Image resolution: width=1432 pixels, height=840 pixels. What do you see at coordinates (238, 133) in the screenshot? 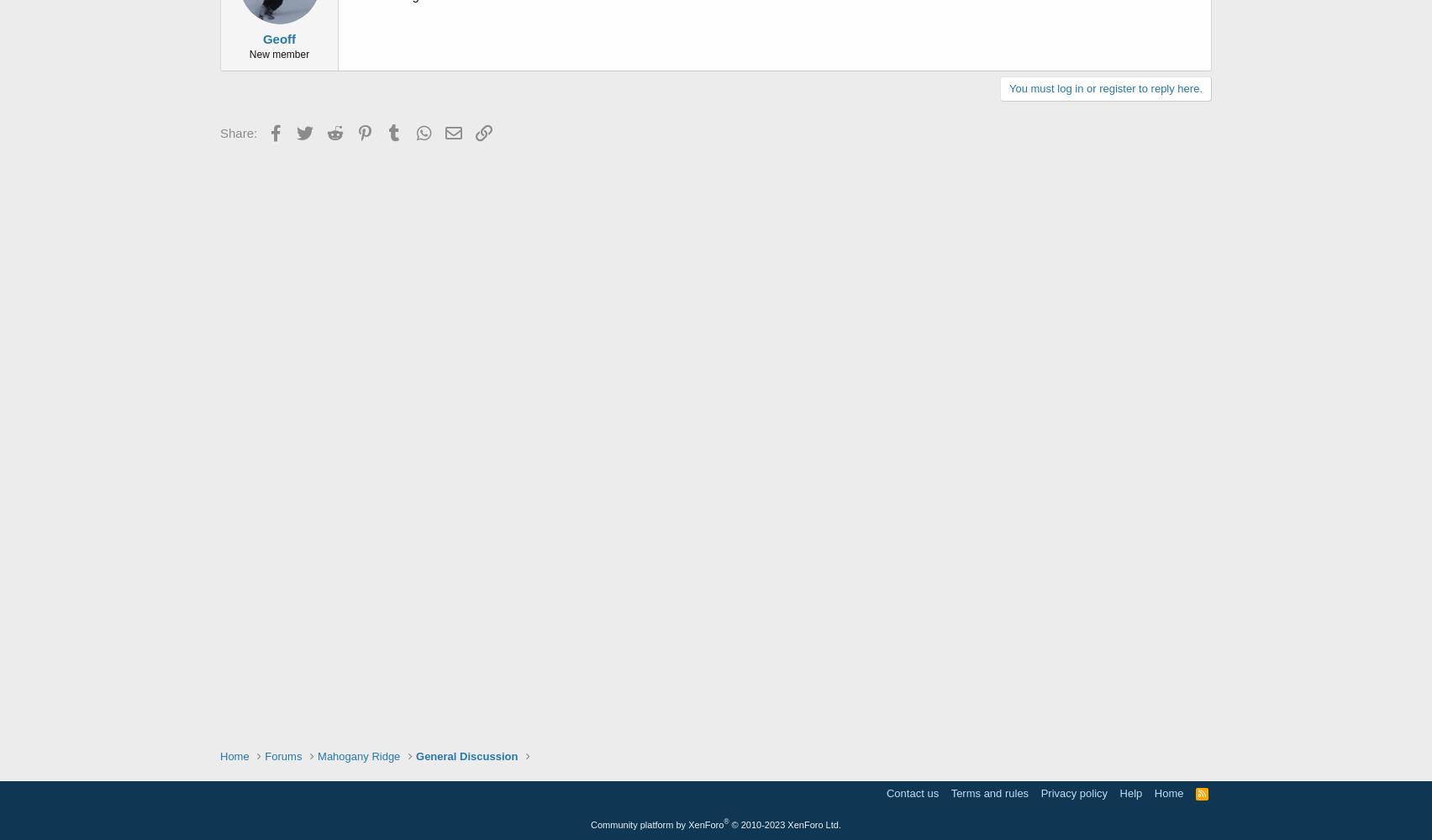
I see `'Share:'` at bounding box center [238, 133].